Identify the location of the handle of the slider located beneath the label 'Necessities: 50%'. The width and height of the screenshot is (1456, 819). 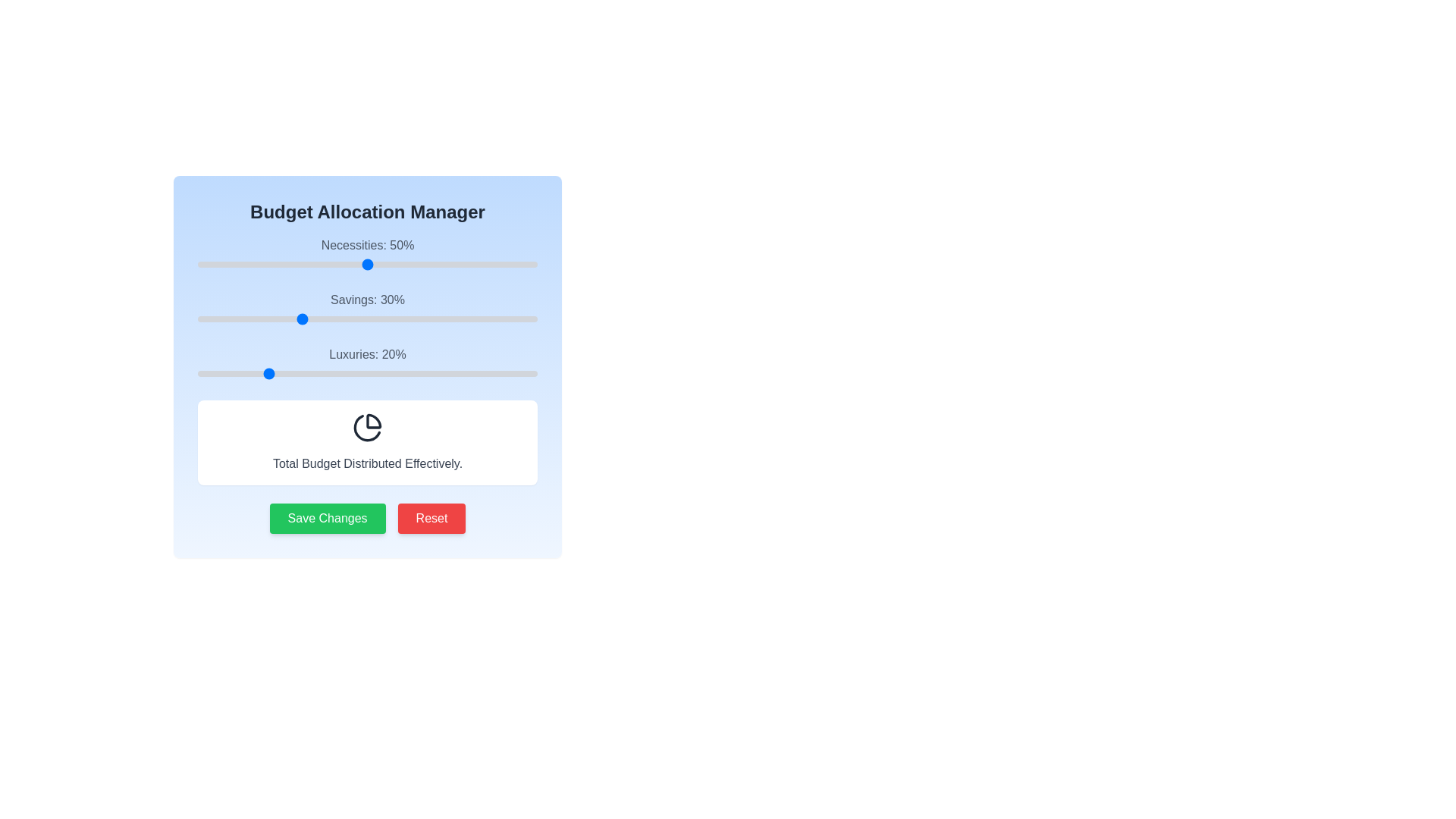
(367, 263).